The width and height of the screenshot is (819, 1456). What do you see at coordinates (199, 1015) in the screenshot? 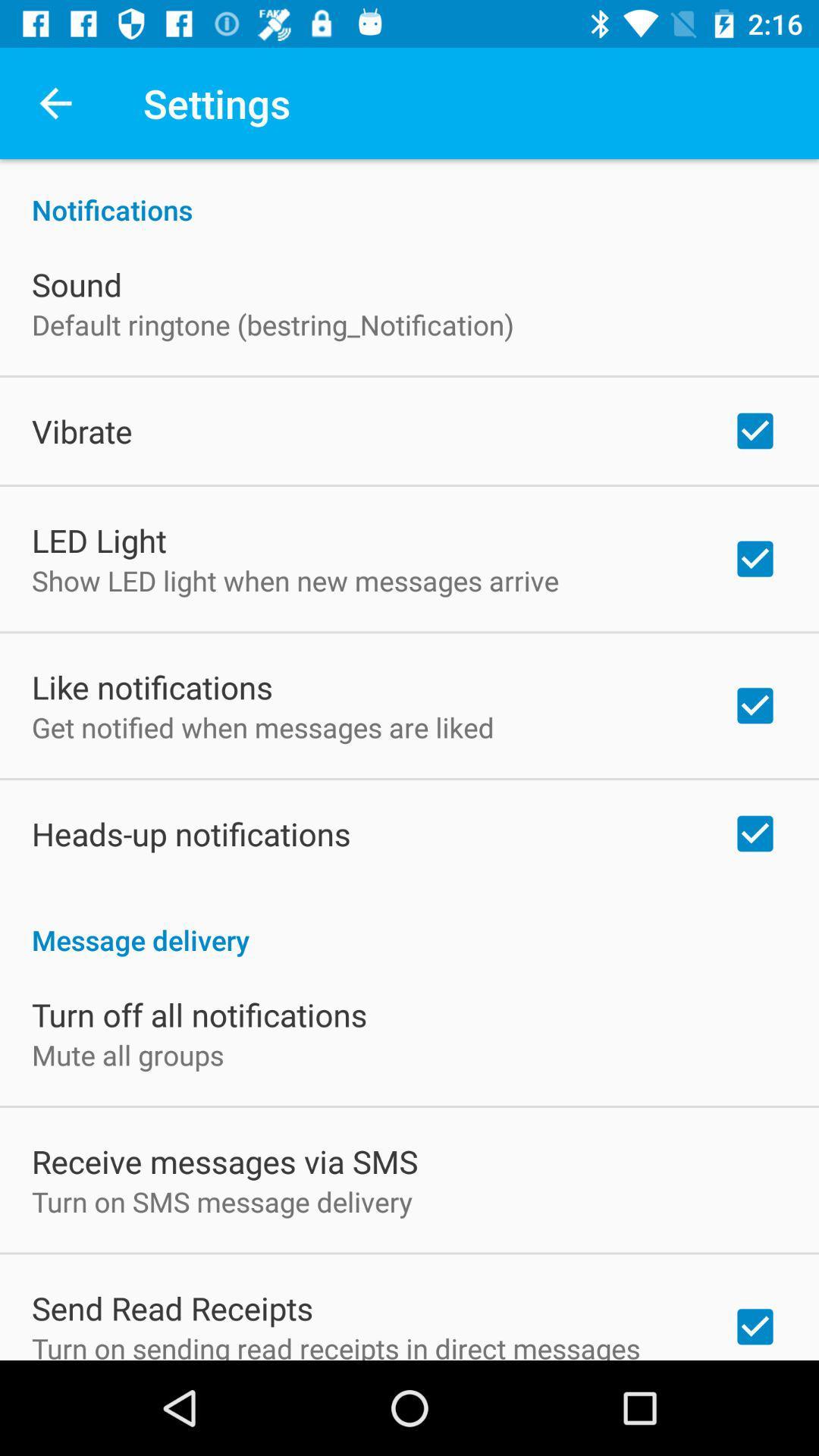
I see `turn off all item` at bounding box center [199, 1015].